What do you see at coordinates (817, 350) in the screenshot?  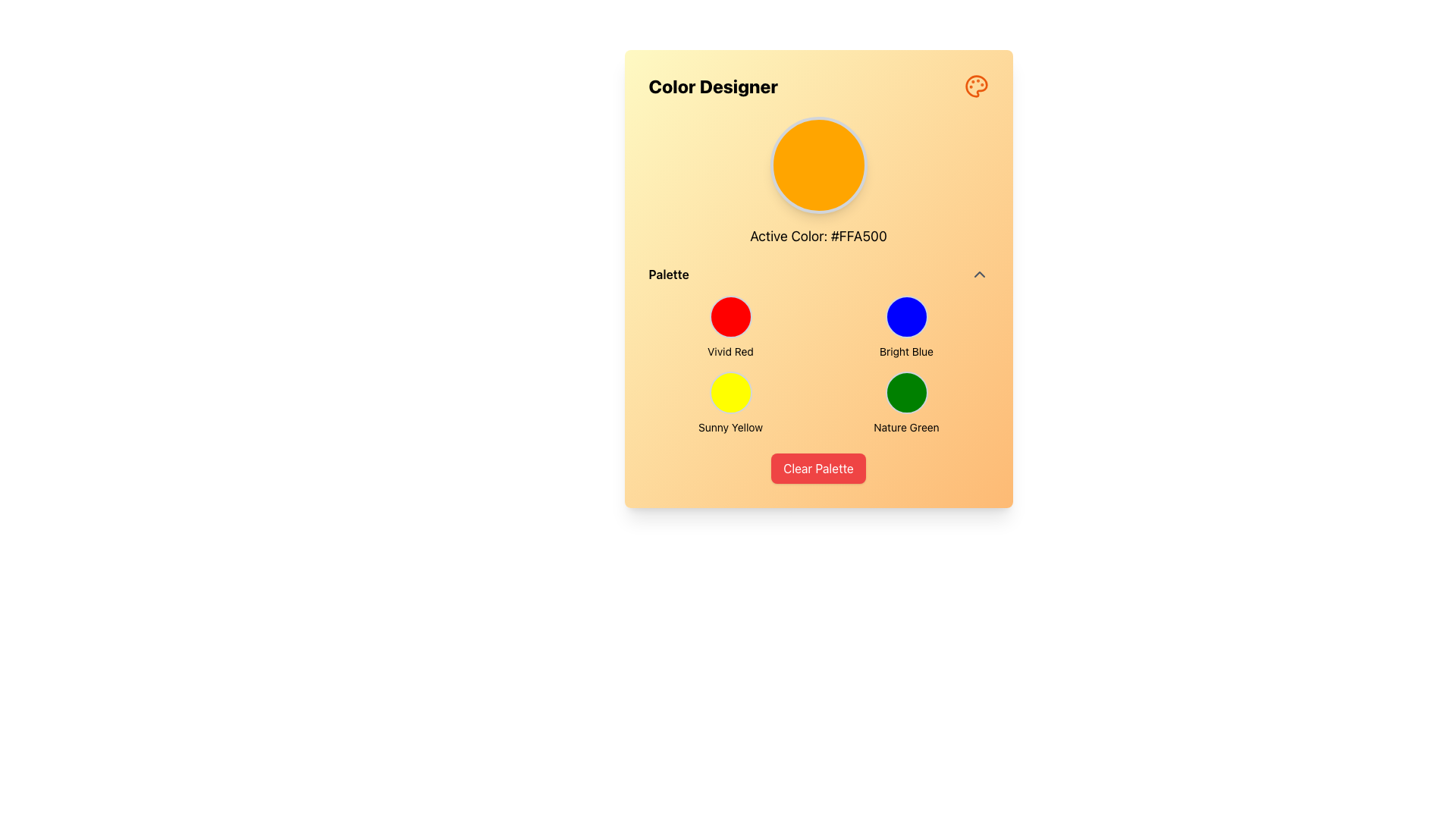 I see `the palette selector element which is a grid containing circular buttons for color selection, located centrally within the interface` at bounding box center [817, 350].